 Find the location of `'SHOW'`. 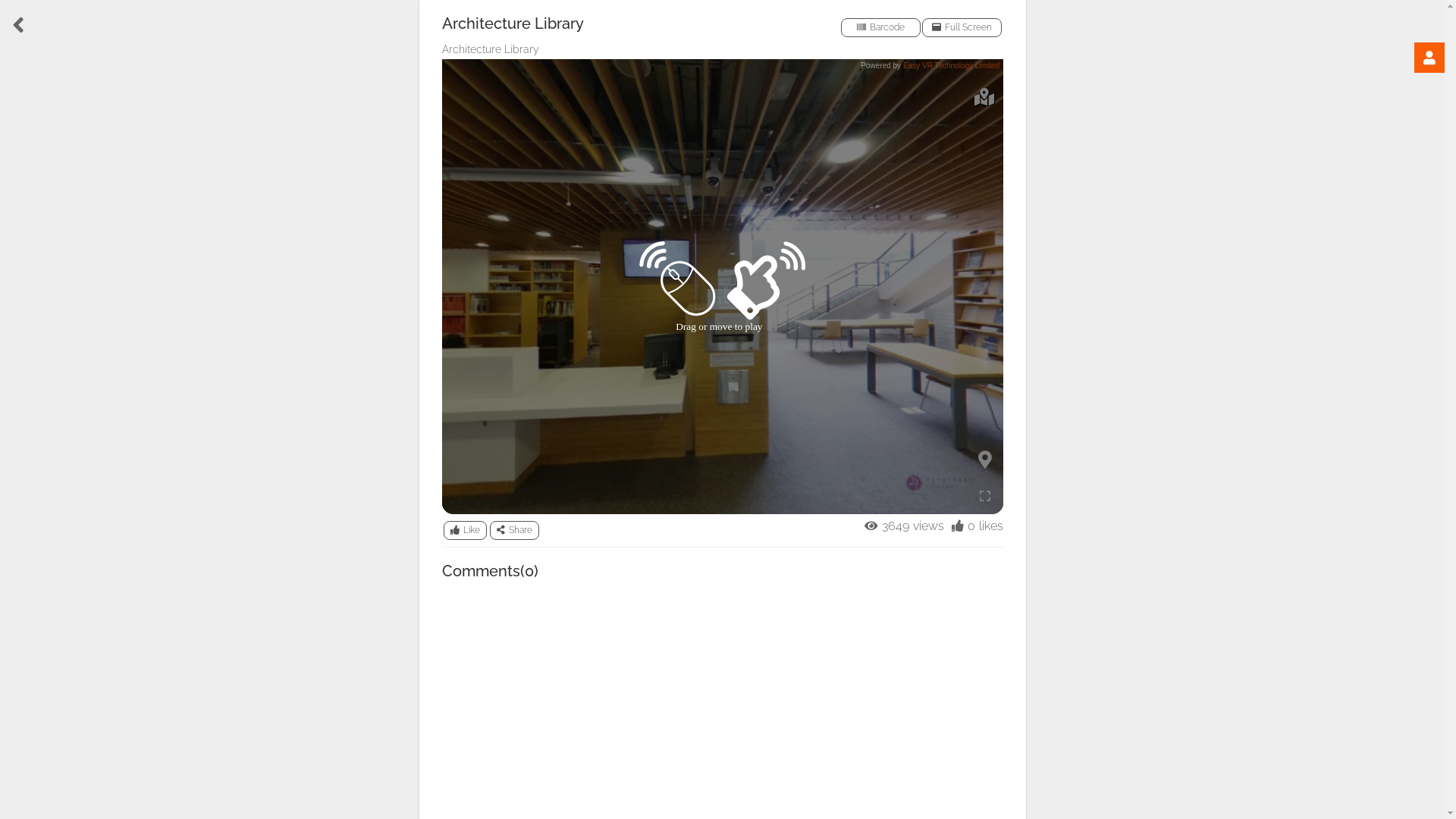

'SHOW' is located at coordinates (36, 718).